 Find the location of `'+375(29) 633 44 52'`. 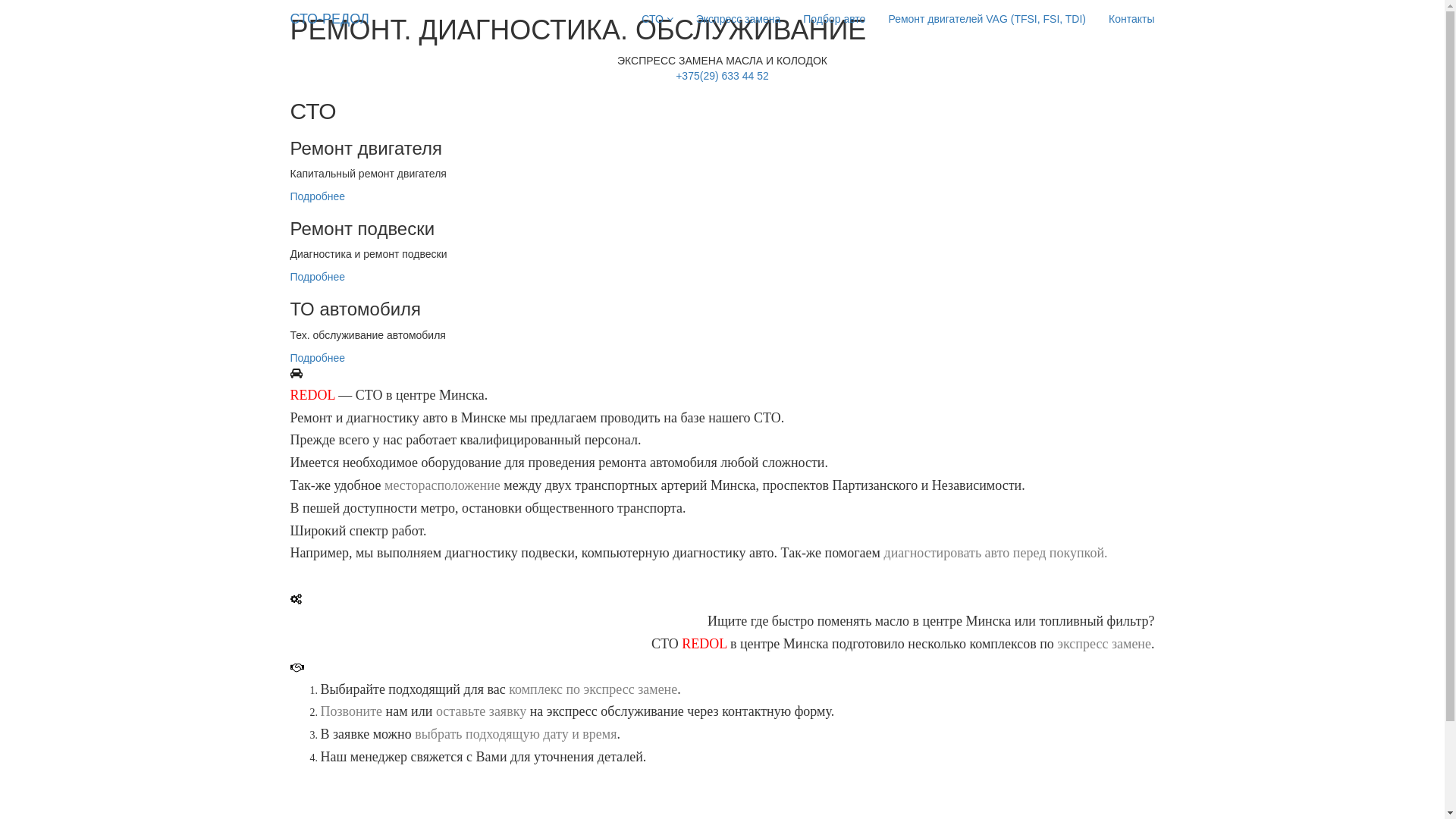

'+375(29) 633 44 52' is located at coordinates (721, 76).